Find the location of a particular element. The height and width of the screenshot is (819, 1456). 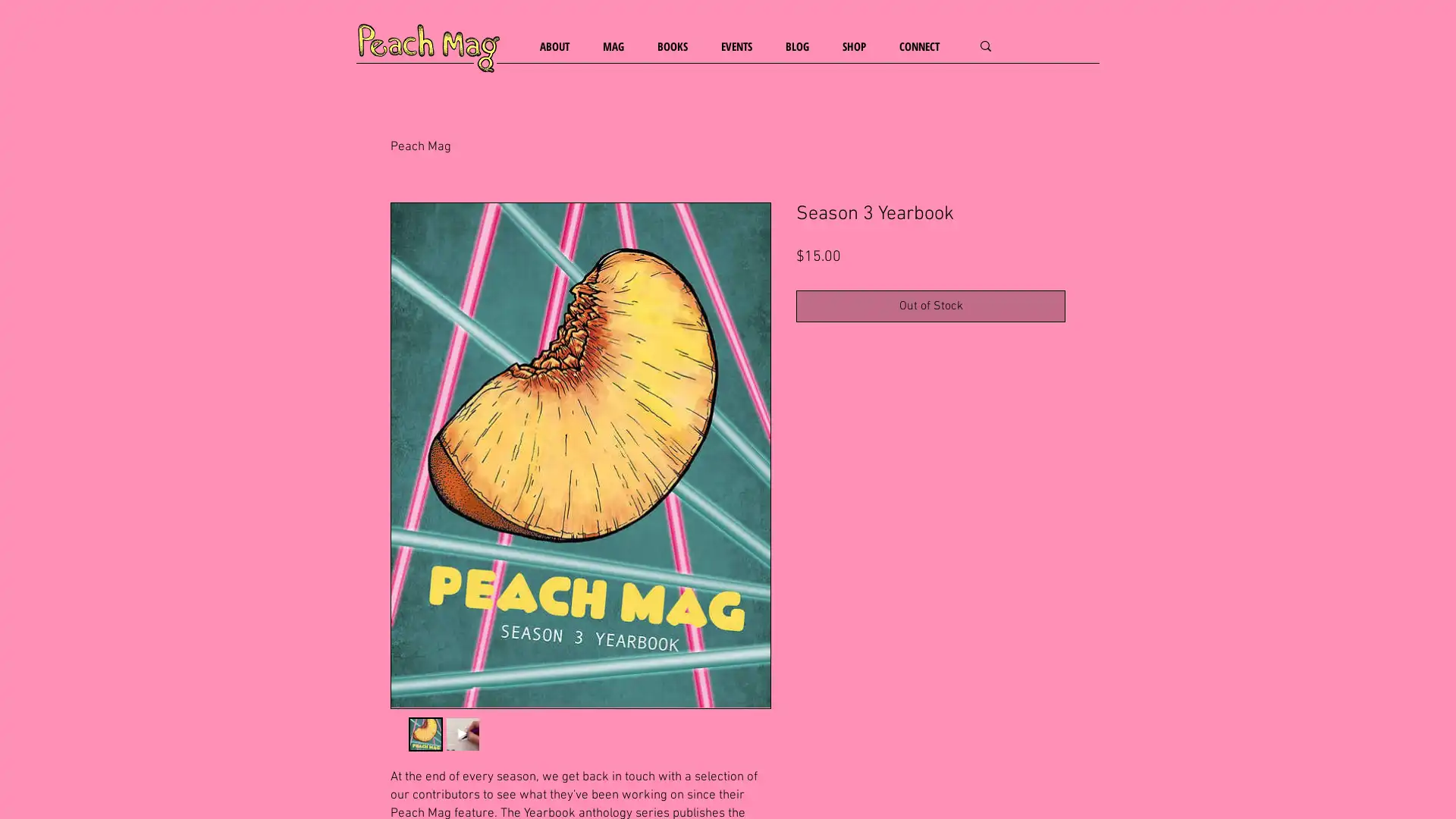

Thumbnail: Season 3 Yearbook is located at coordinates (461, 733).